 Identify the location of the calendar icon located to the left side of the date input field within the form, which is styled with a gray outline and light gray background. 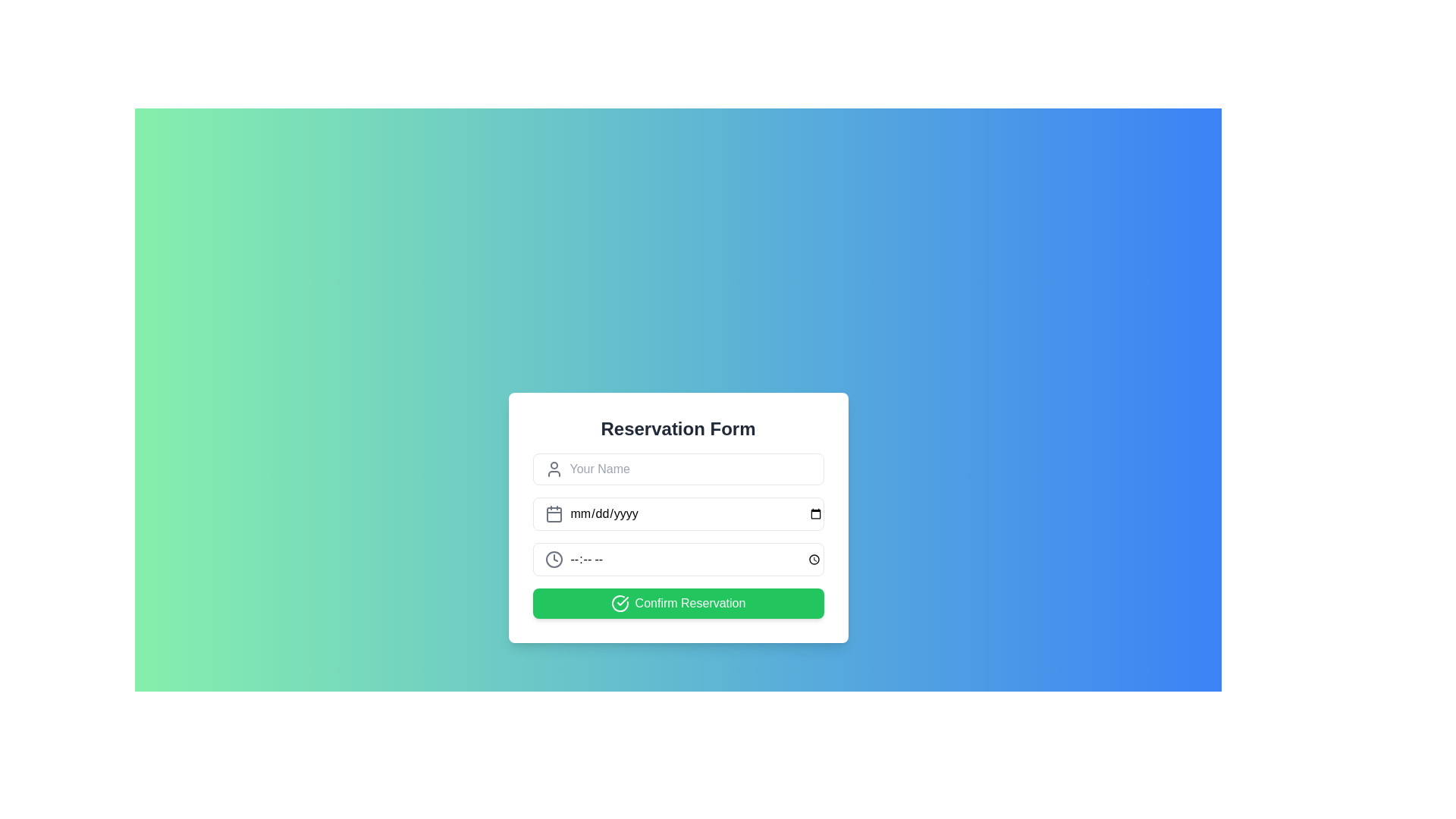
(553, 513).